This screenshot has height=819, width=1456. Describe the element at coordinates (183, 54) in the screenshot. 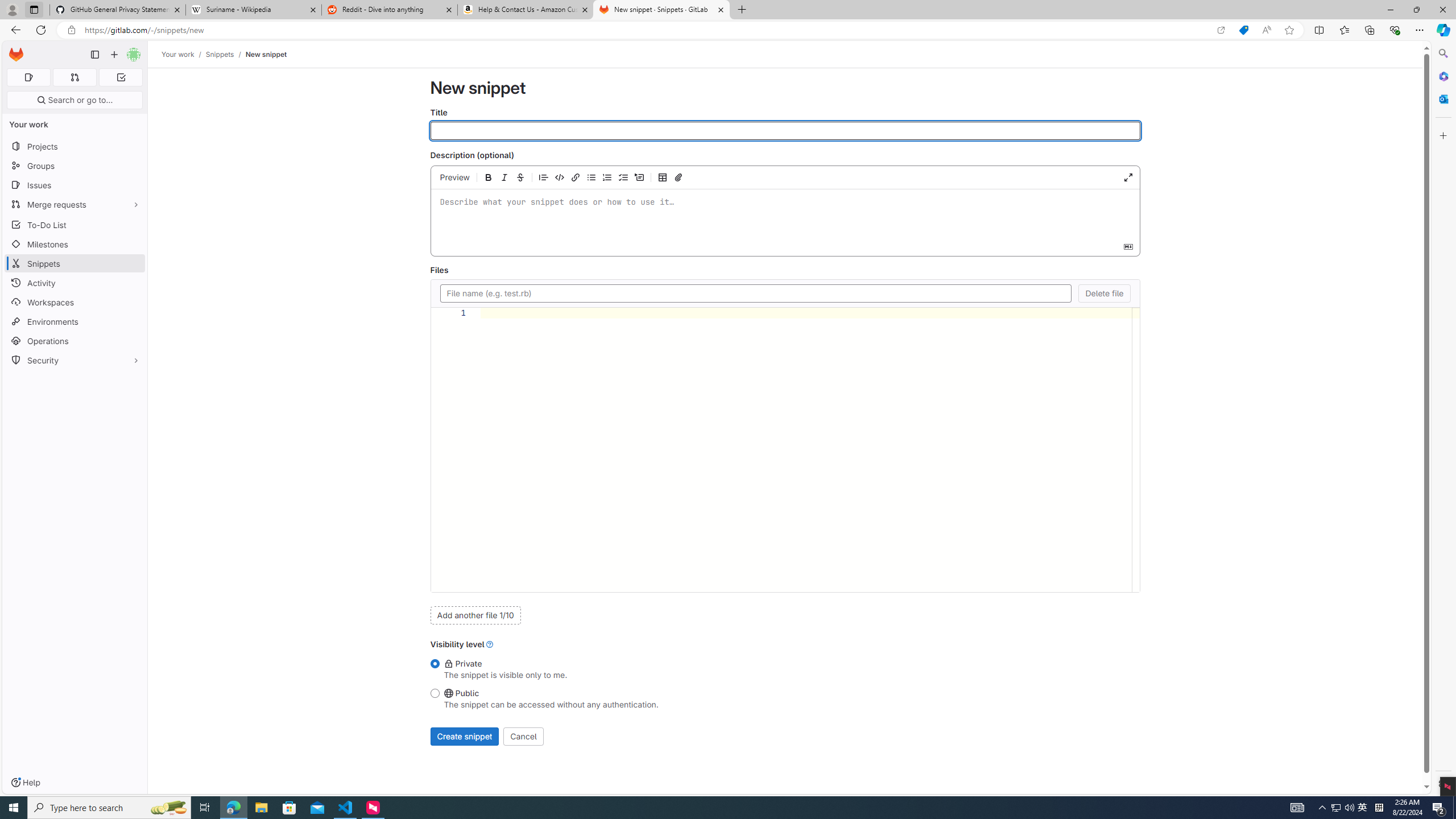

I see `'Your work/'` at that location.